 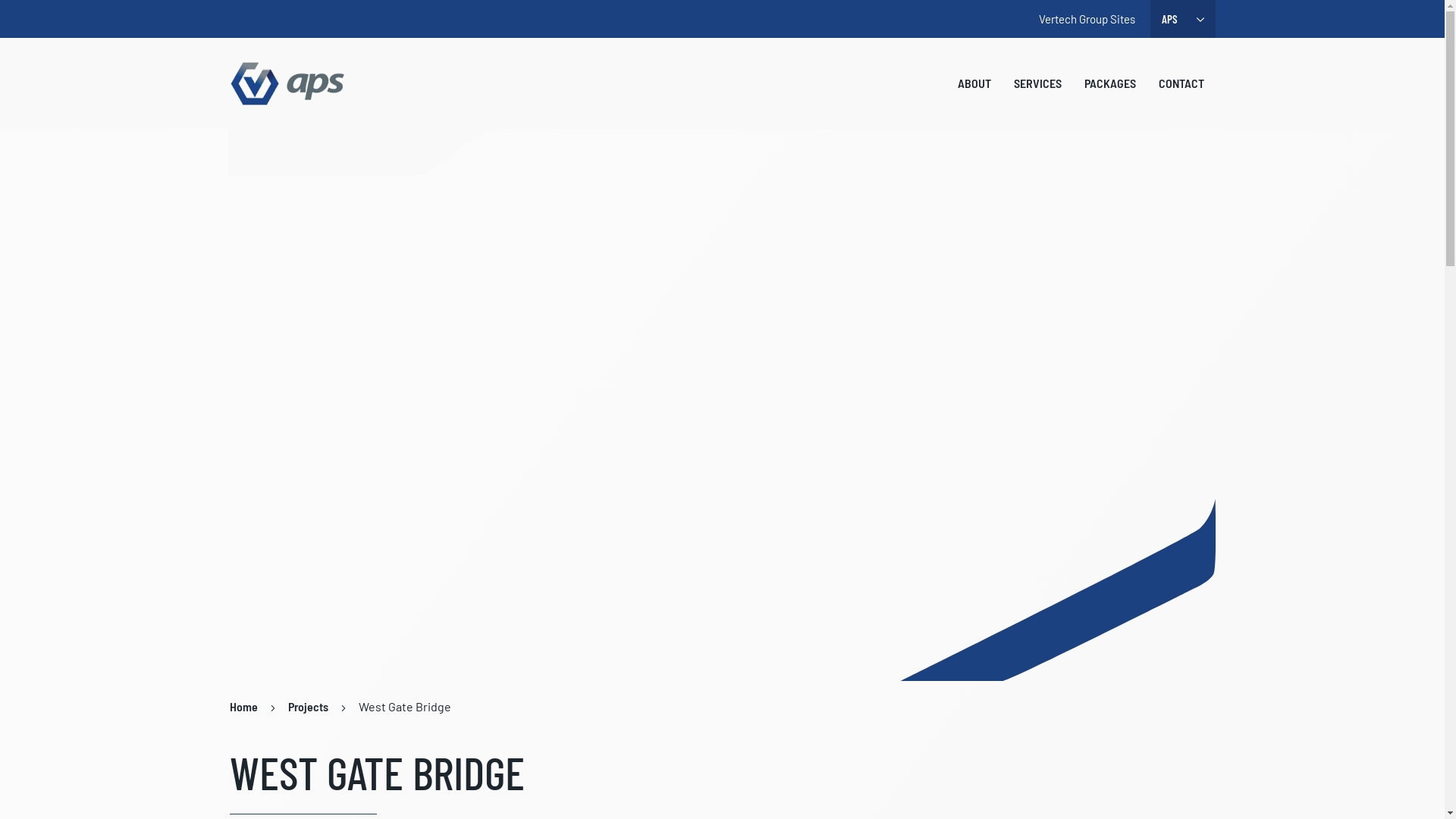 What do you see at coordinates (1109, 83) in the screenshot?
I see `'PACKAGES'` at bounding box center [1109, 83].